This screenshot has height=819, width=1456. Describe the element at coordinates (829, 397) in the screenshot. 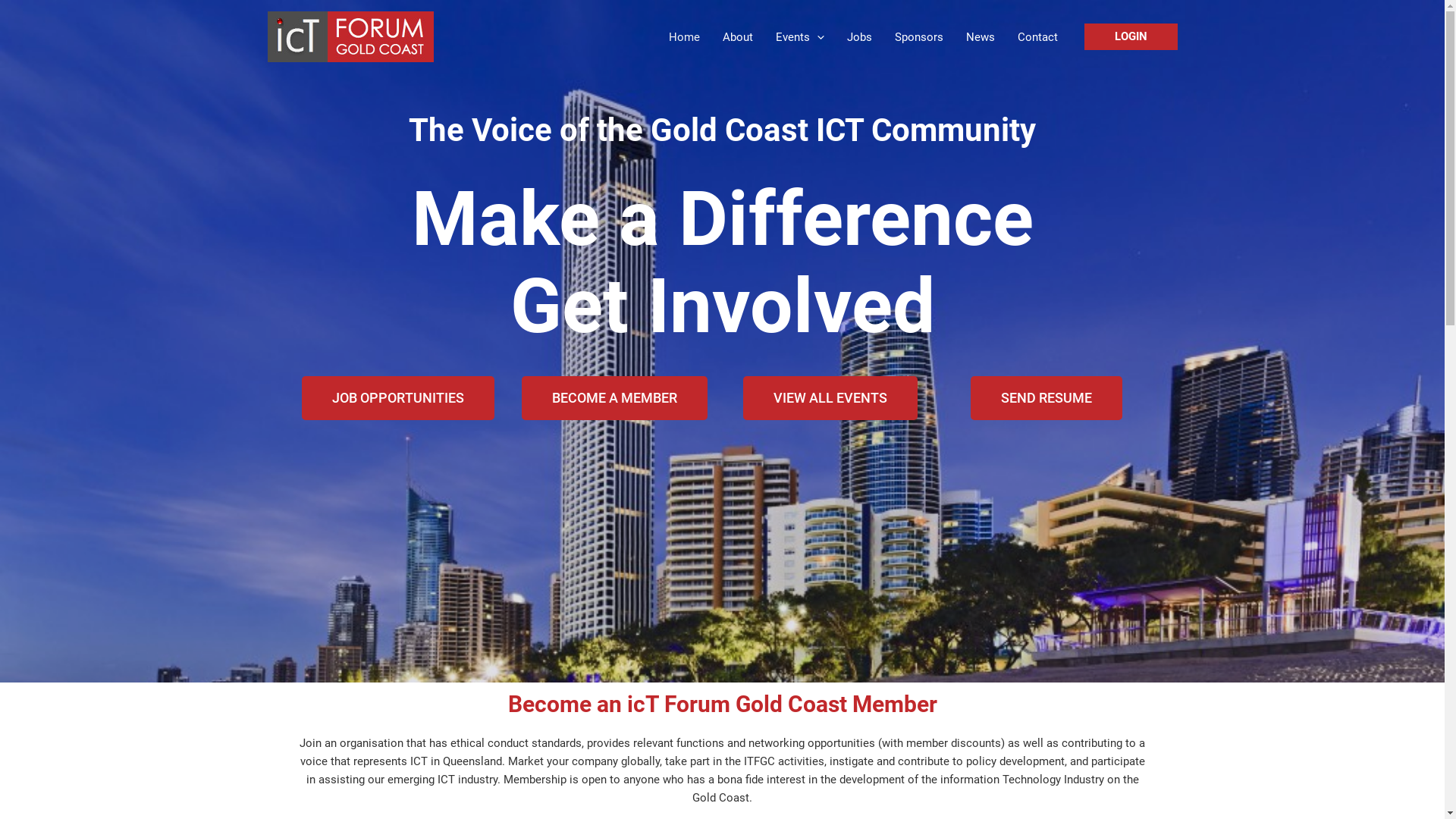

I see `'VIEW ALL EVENTS'` at that location.